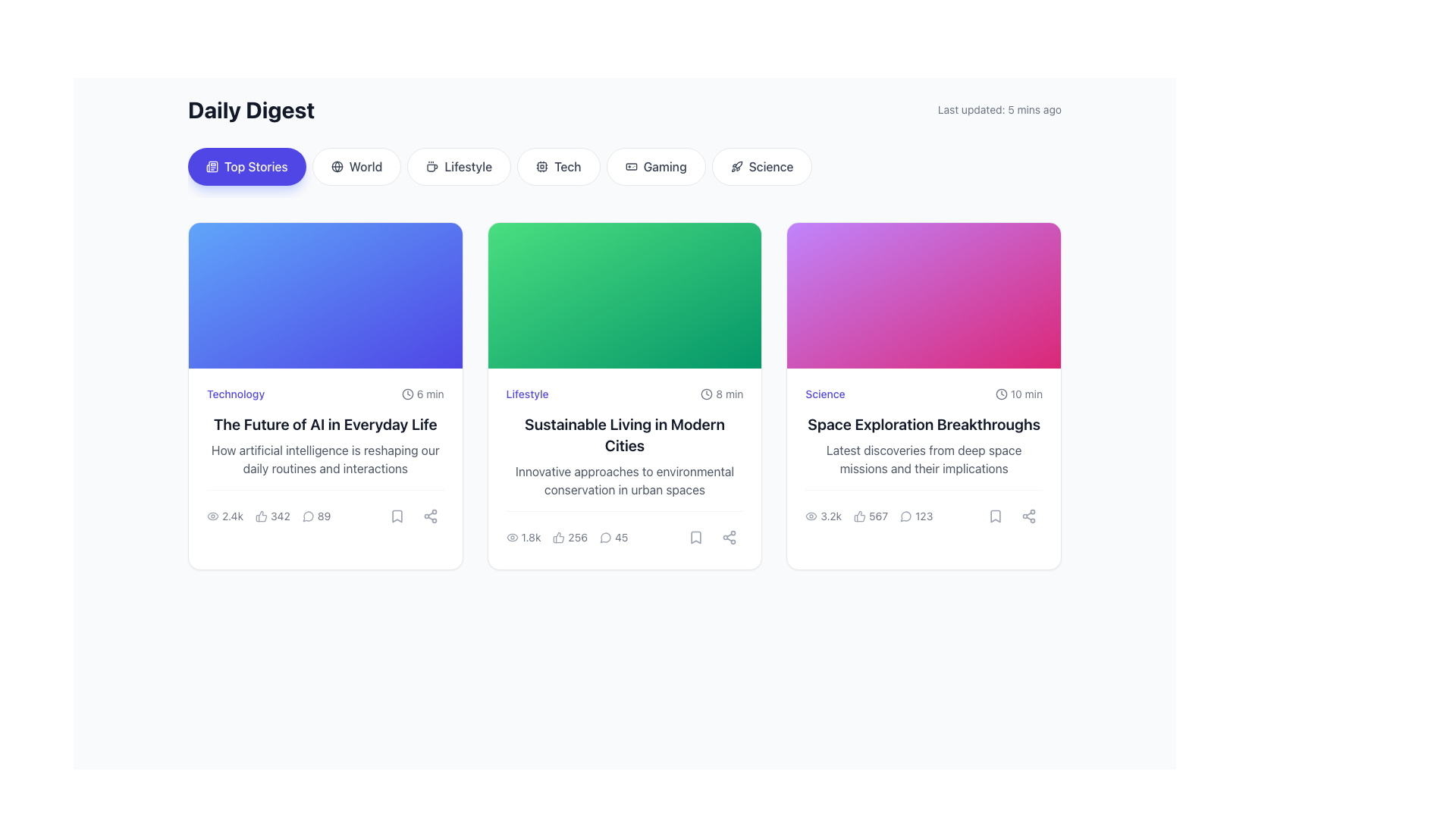 The width and height of the screenshot is (1456, 819). I want to click on the small bookmark icon rendered as an outline, located below the 'Sustainable Living in Modern Cities' card, so click(695, 537).